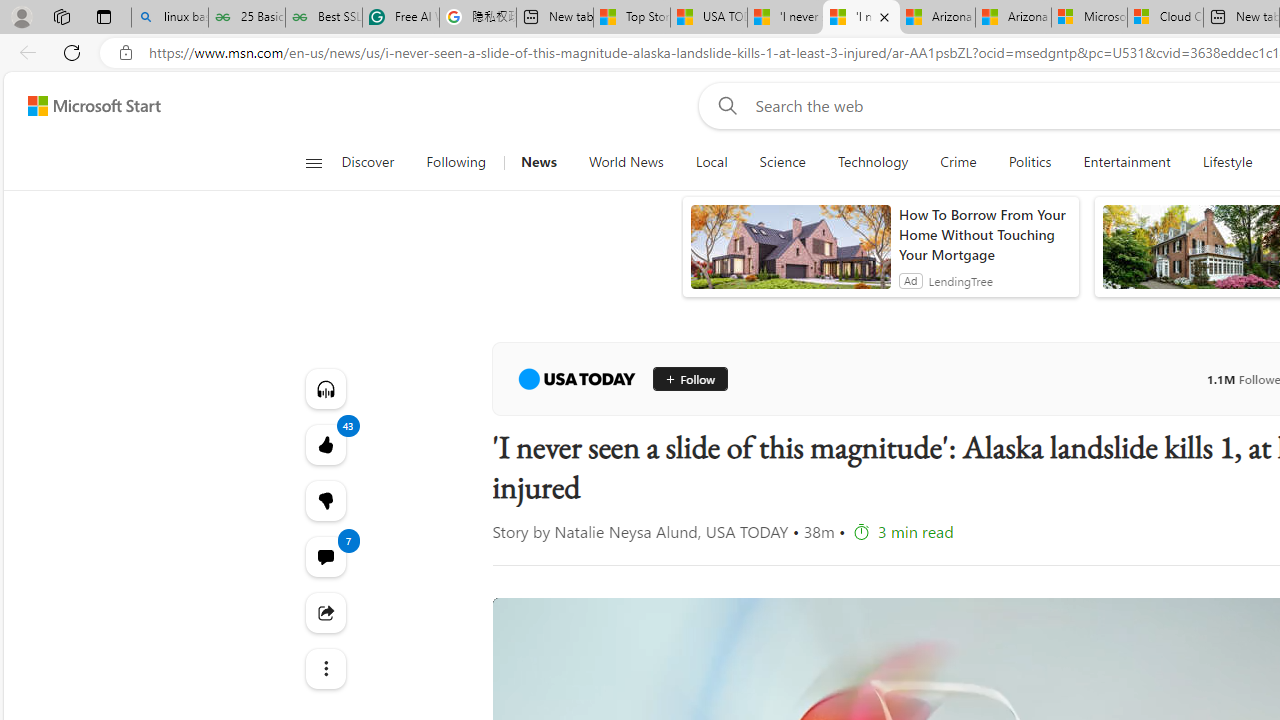  What do you see at coordinates (312, 162) in the screenshot?
I see `'Class: button-glyph'` at bounding box center [312, 162].